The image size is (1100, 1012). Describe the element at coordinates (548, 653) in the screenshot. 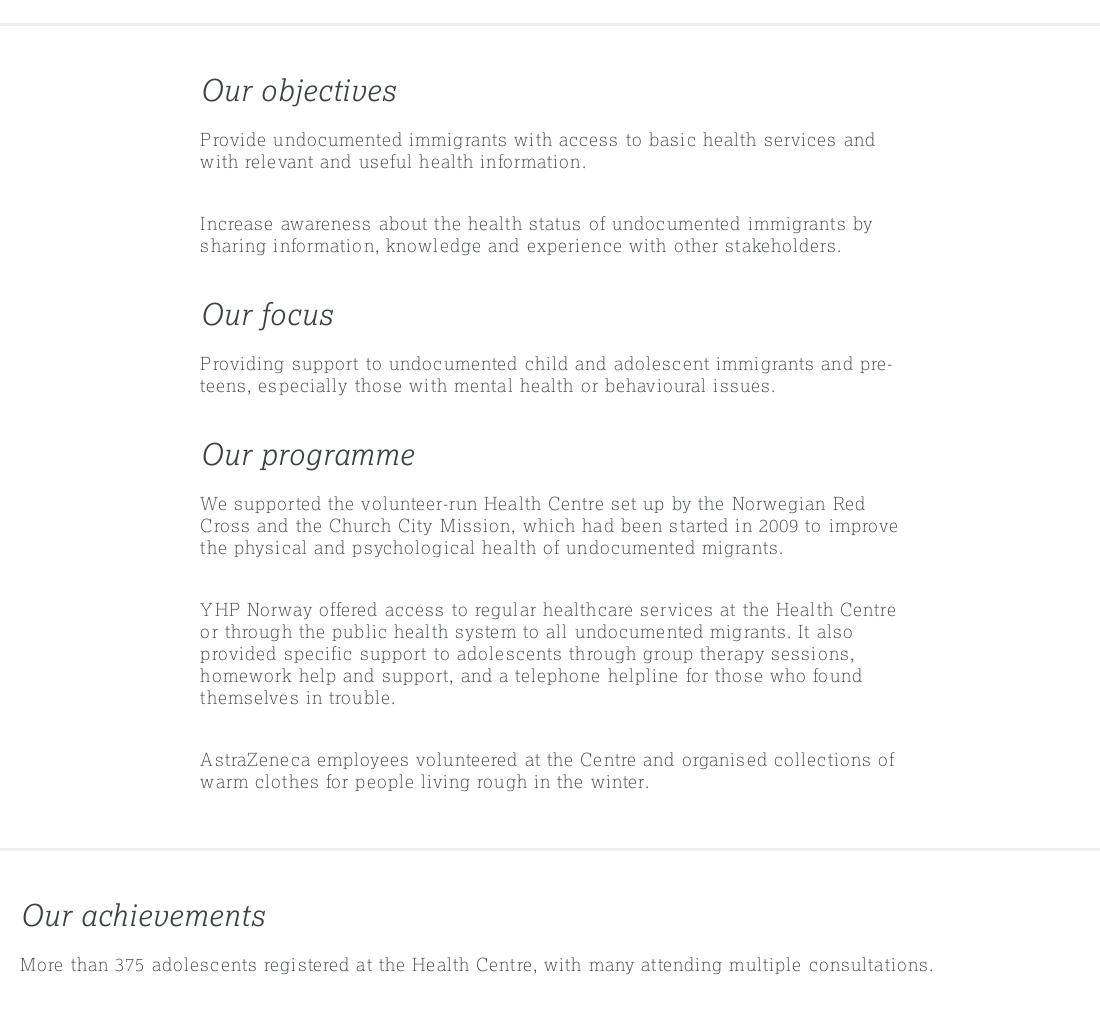

I see `'YHP Norway offered access to regular healthcare services at the Health Centre or through the public health system to all undocumented migrants. It also provided specific support to adolescents through group therapy sessions, homework help and support, and a telephone helpline for those who found themselves in trouble.'` at that location.